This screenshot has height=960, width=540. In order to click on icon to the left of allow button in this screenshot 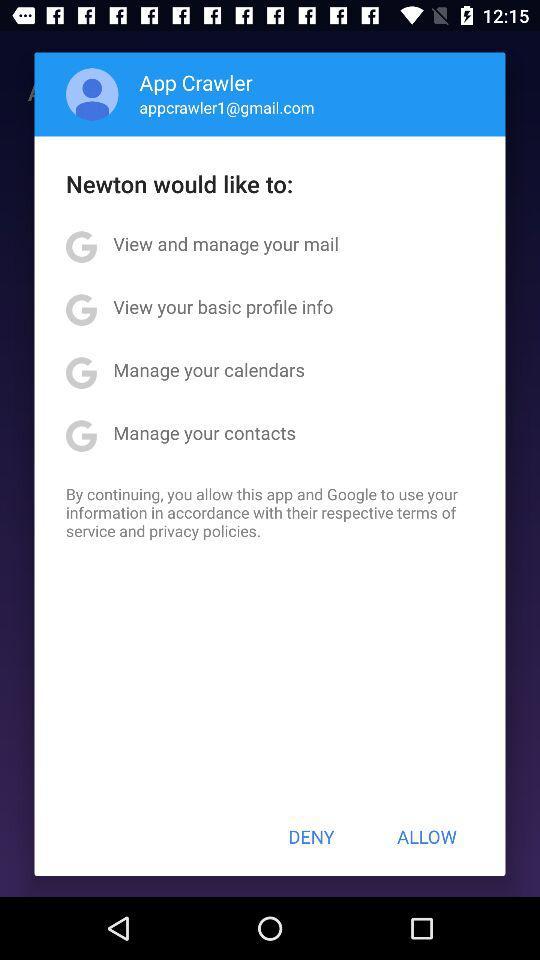, I will do `click(311, 836)`.